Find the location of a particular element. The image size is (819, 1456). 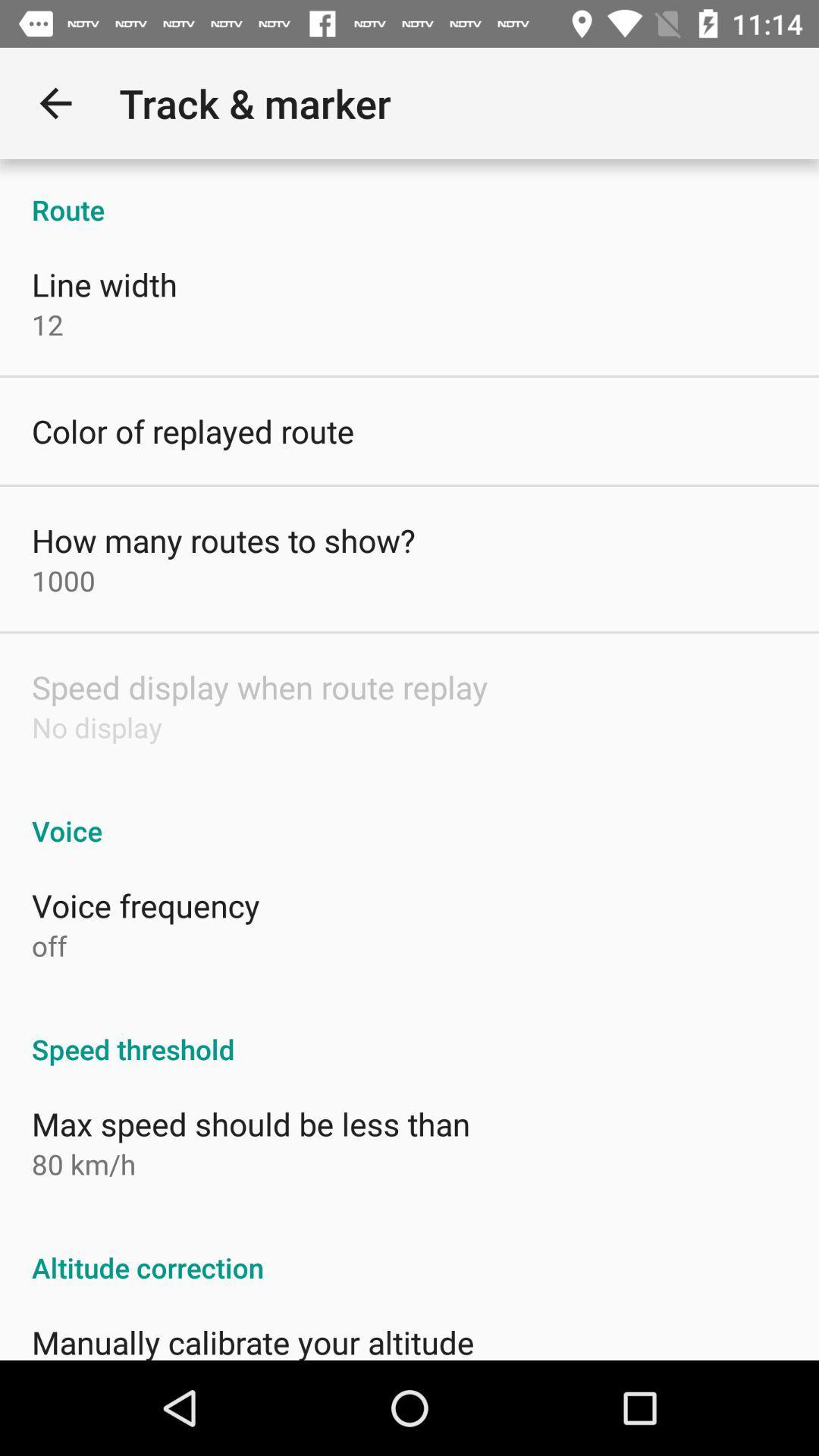

the icon below the speed threshold icon is located at coordinates (250, 1124).